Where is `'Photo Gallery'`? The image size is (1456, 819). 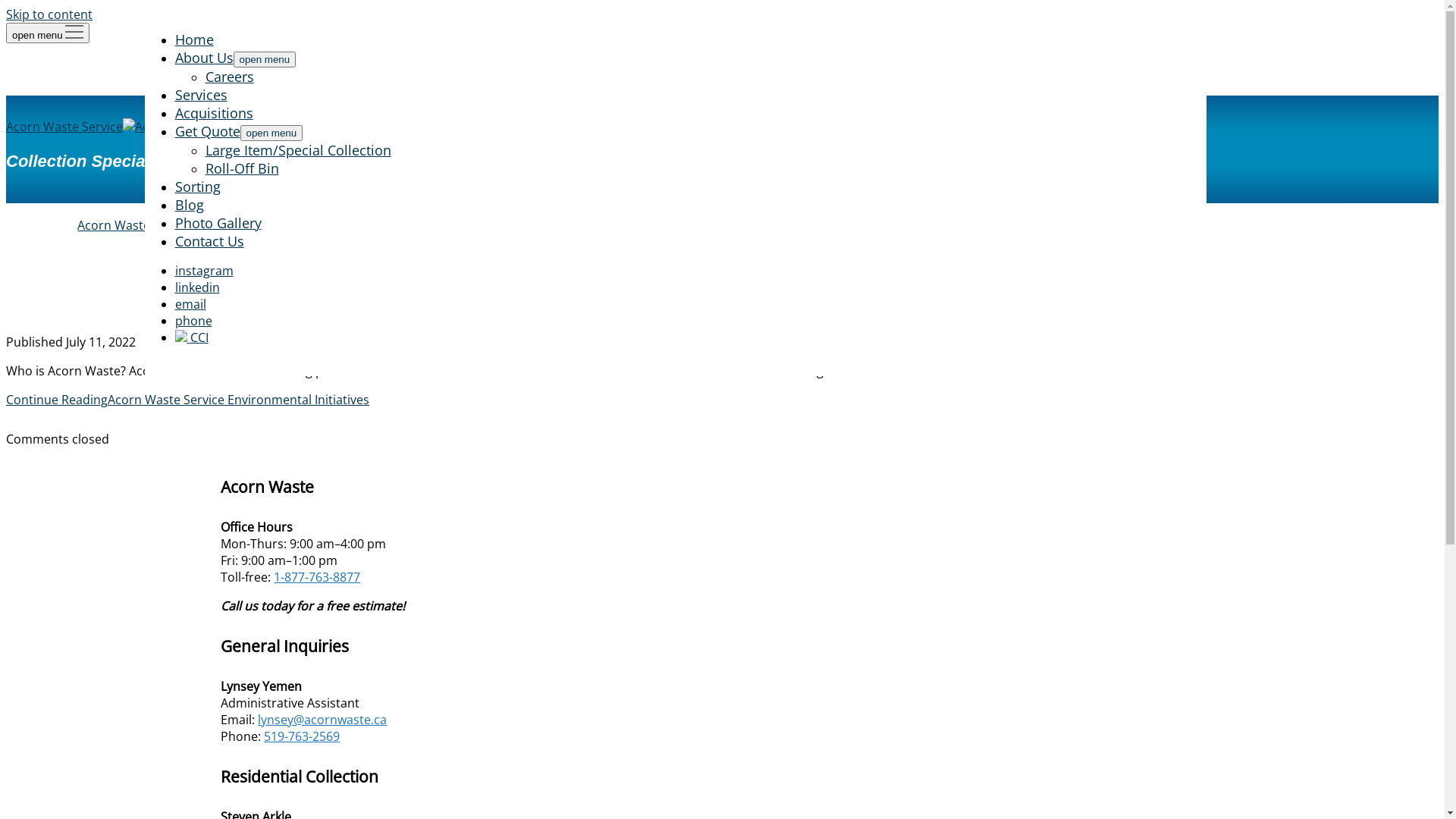 'Photo Gallery' is located at coordinates (217, 222).